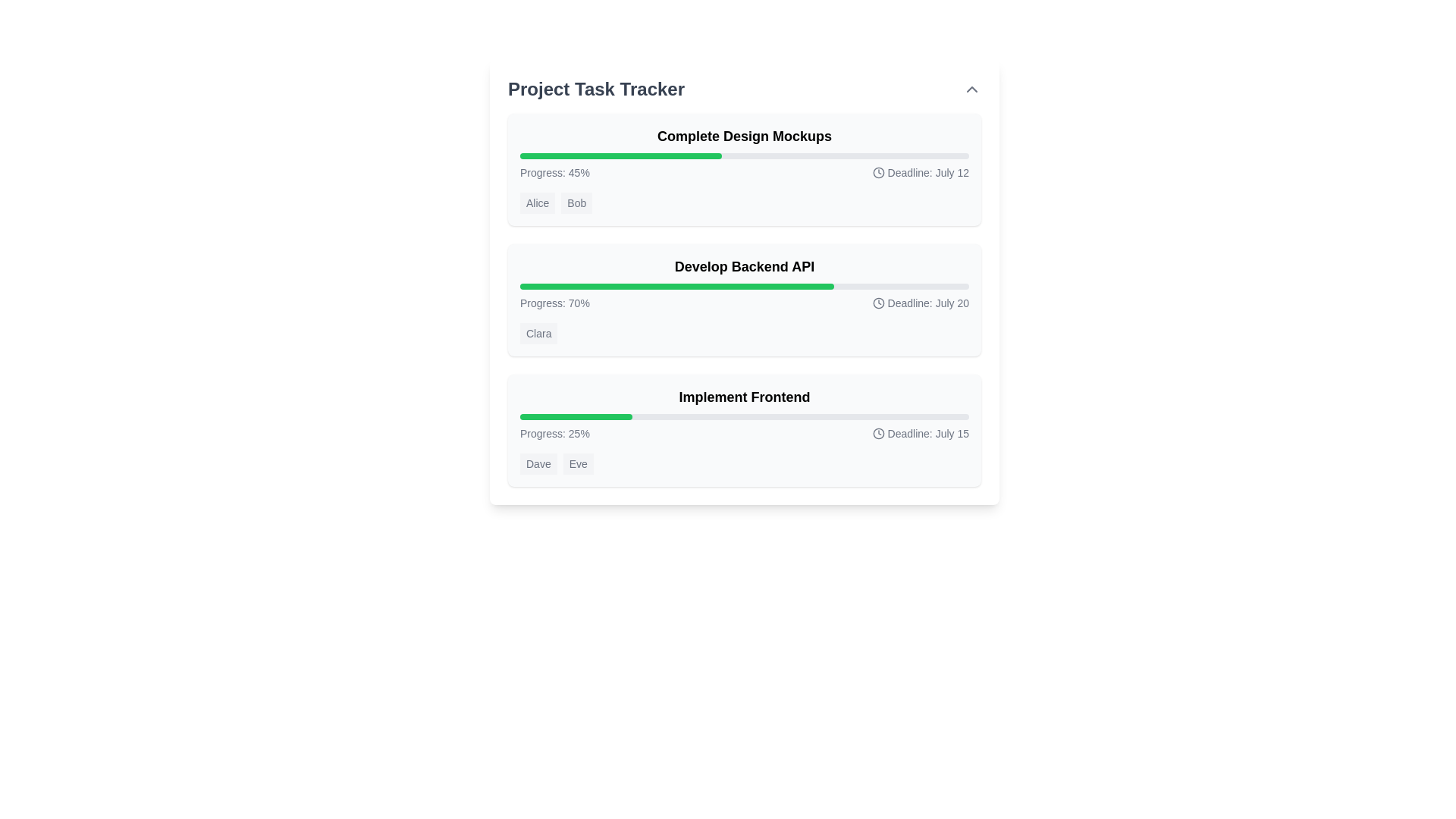  I want to click on the assigned user 'Clara' in the informational section for the task 'Develop Backend API', which is the second task block in the 'Project Task Tracker' section, so click(745, 300).